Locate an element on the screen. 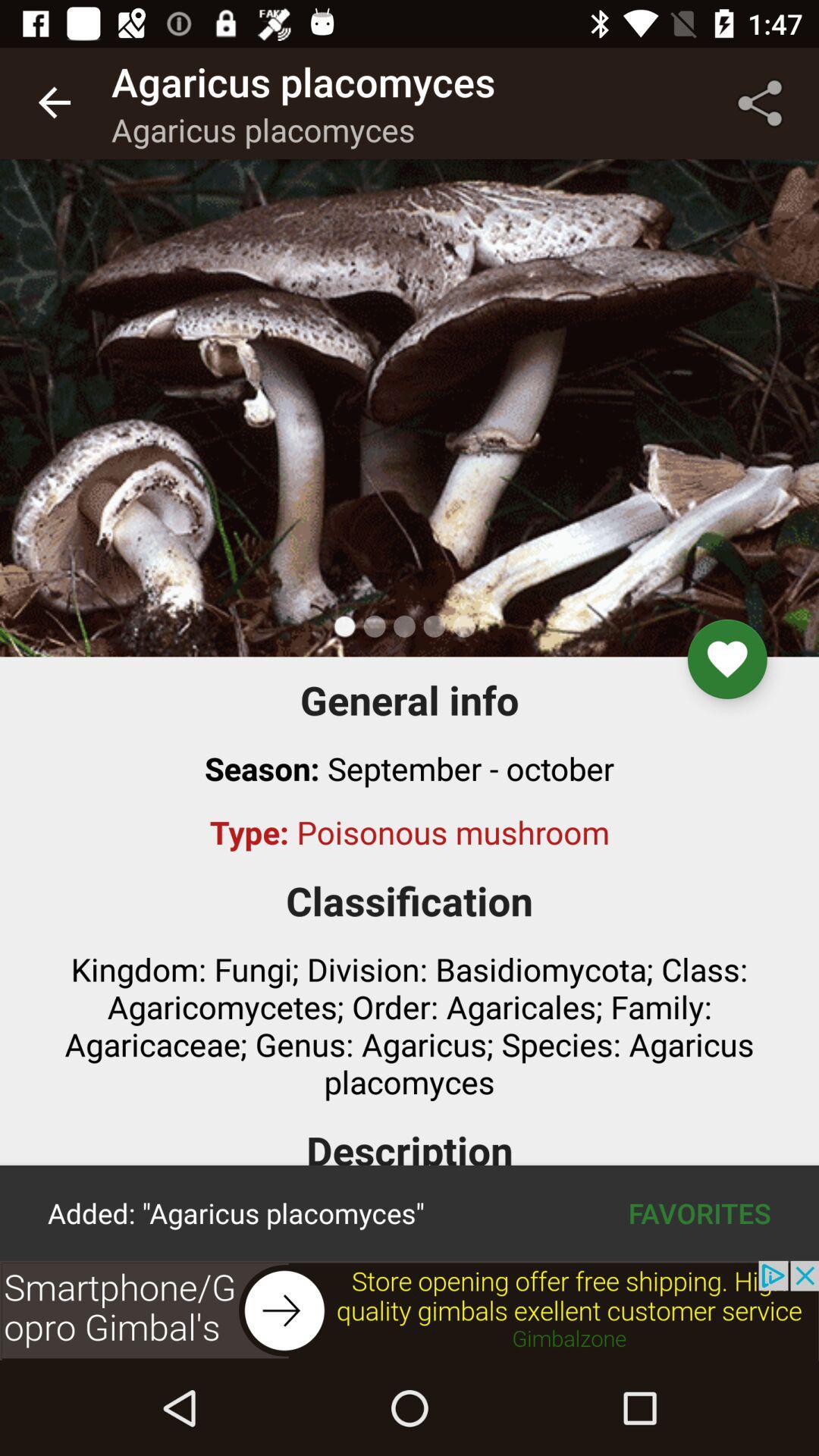  the favorite icon is located at coordinates (726, 659).